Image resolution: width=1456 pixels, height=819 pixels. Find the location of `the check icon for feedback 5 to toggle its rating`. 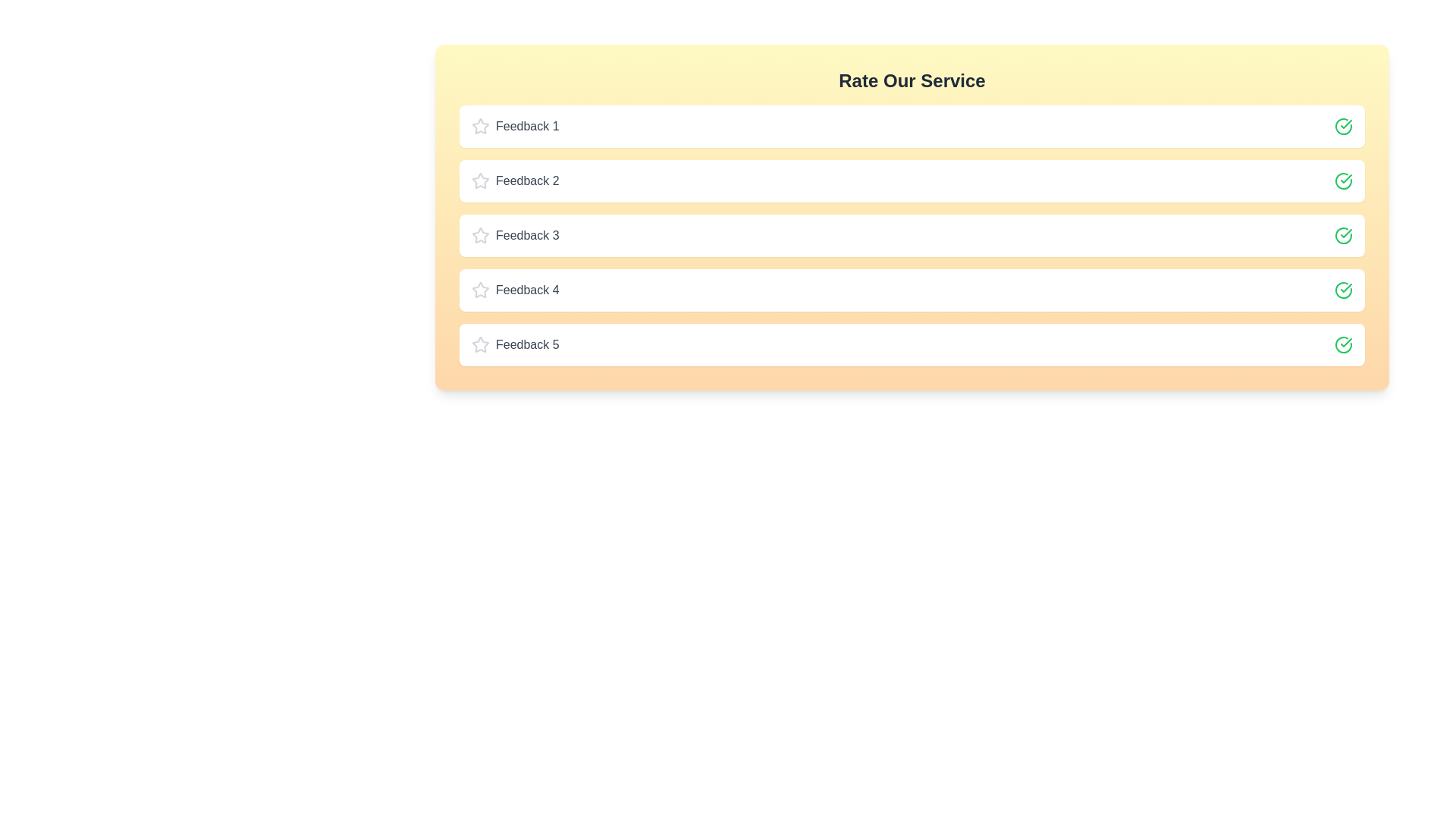

the check icon for feedback 5 to toggle its rating is located at coordinates (1343, 345).